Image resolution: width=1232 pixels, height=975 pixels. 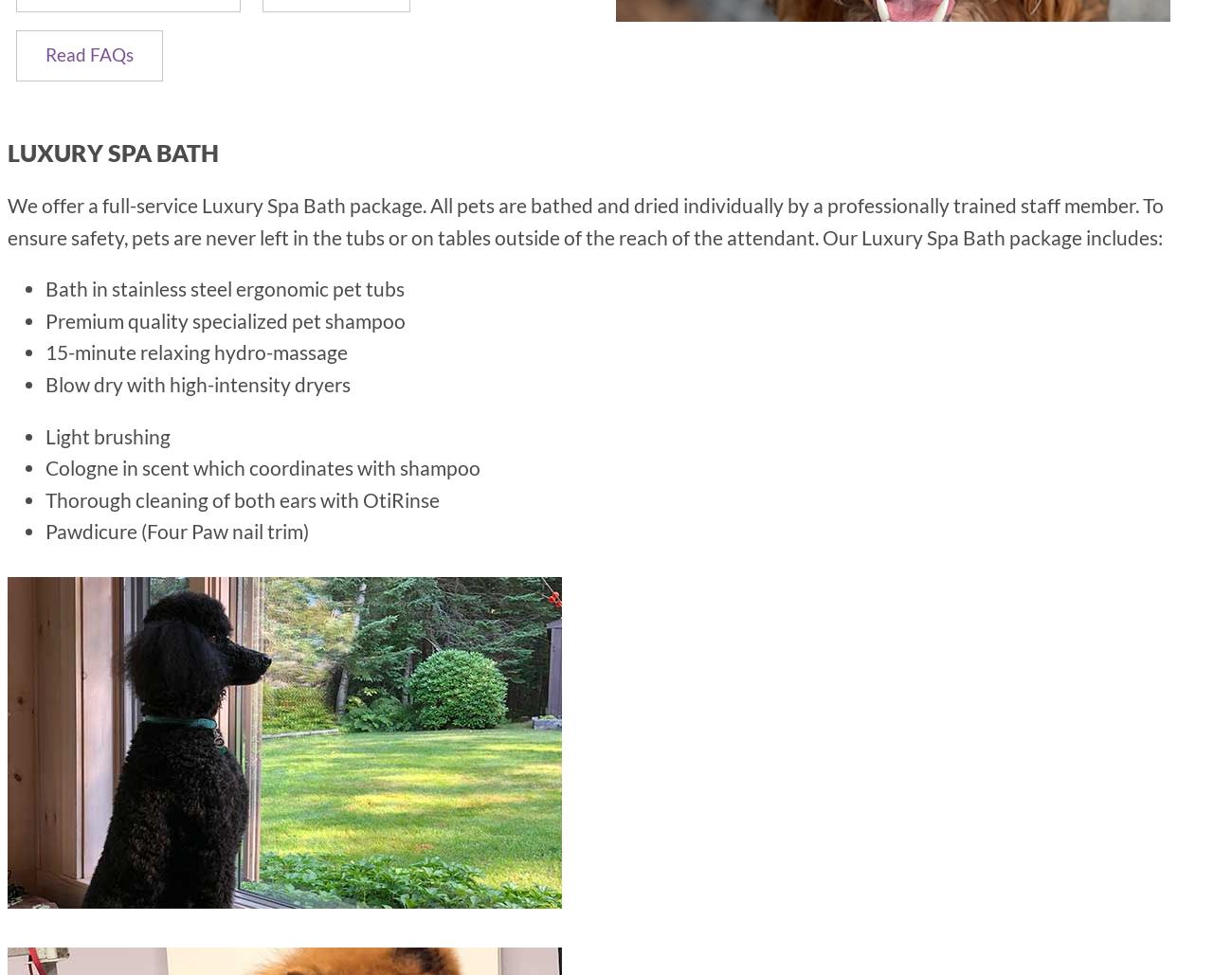 I want to click on 'Bath in stainless steel ergonomic pet tubs', so click(x=224, y=288).